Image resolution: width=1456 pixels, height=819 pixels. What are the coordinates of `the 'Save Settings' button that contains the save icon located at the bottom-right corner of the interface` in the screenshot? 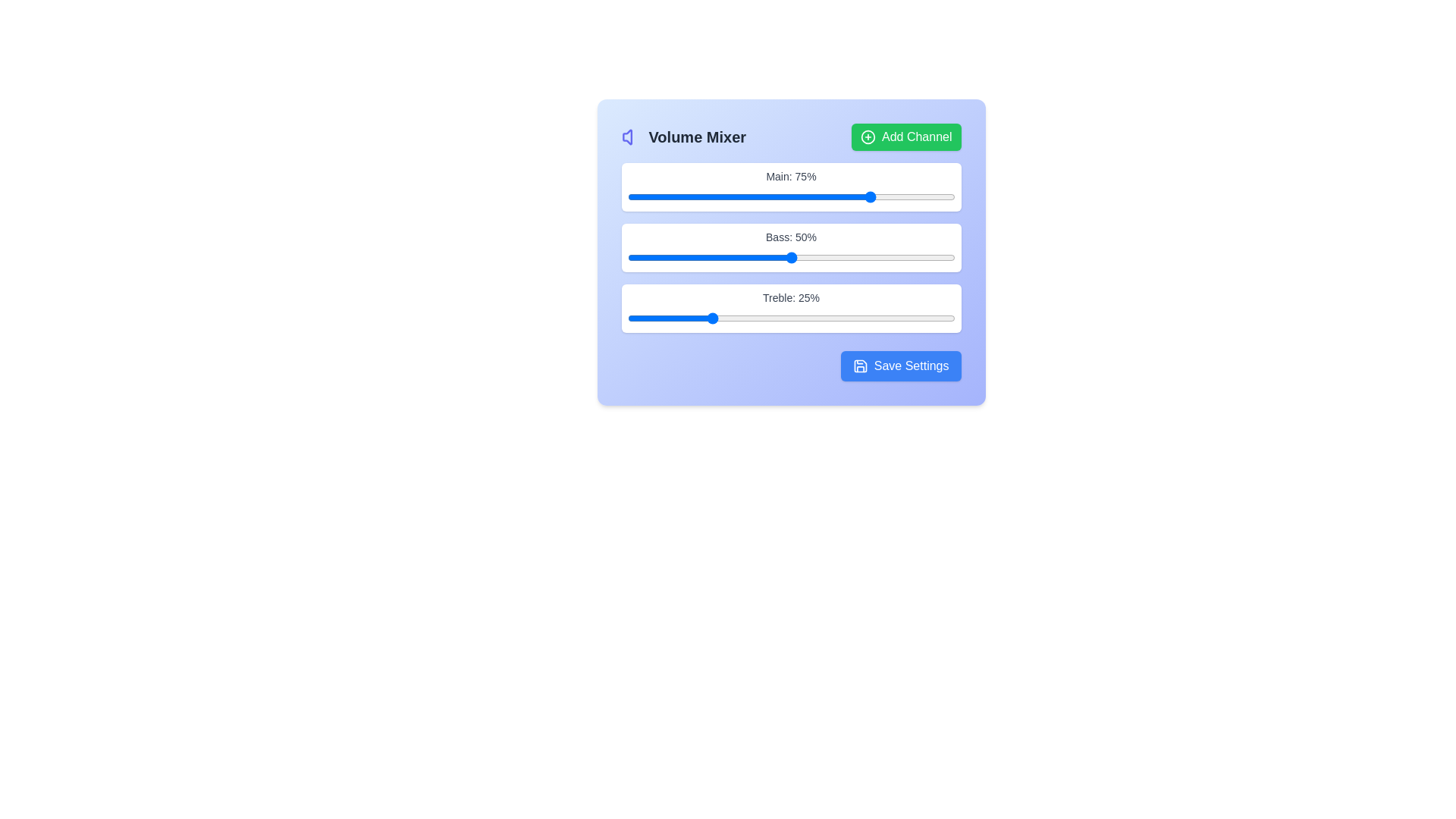 It's located at (860, 366).